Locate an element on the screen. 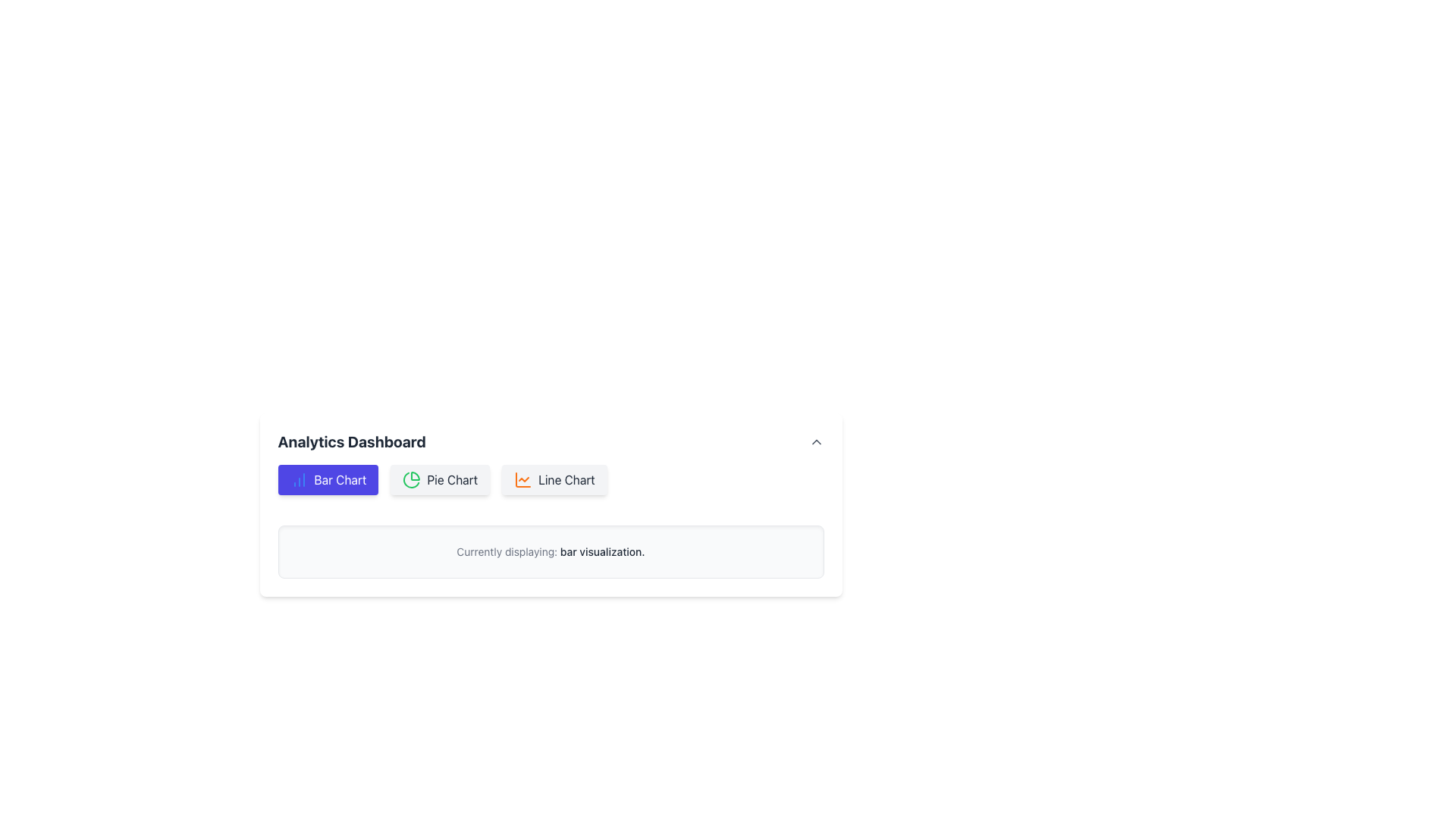 Image resolution: width=1456 pixels, height=819 pixels. the 'Analytics Dashboard' text label, which serves as a heading indicating the current context or focus area is located at coordinates (351, 441).